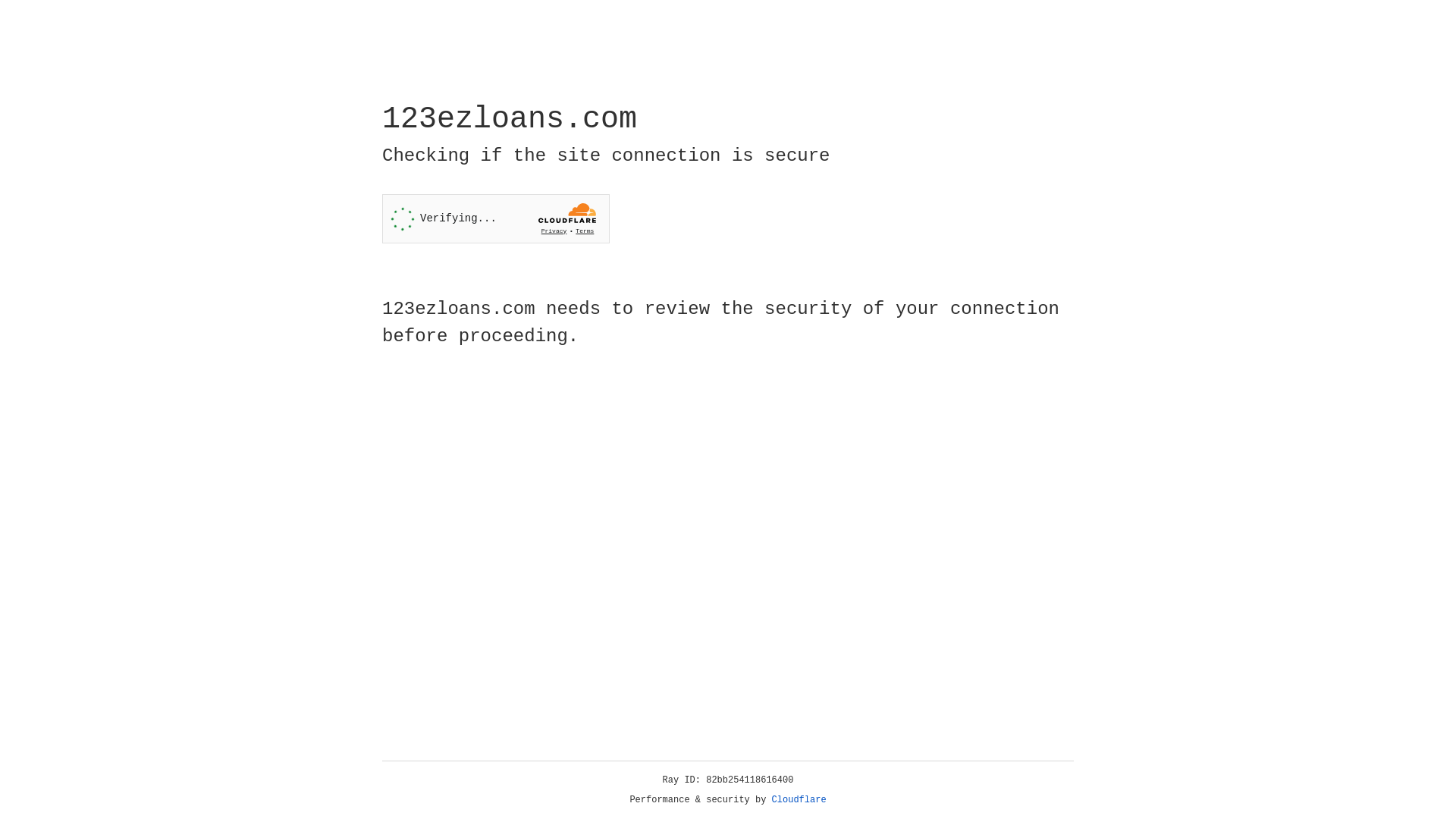 This screenshot has width=1456, height=819. I want to click on 'Widget containing a Cloudflare security challenge', so click(495, 218).